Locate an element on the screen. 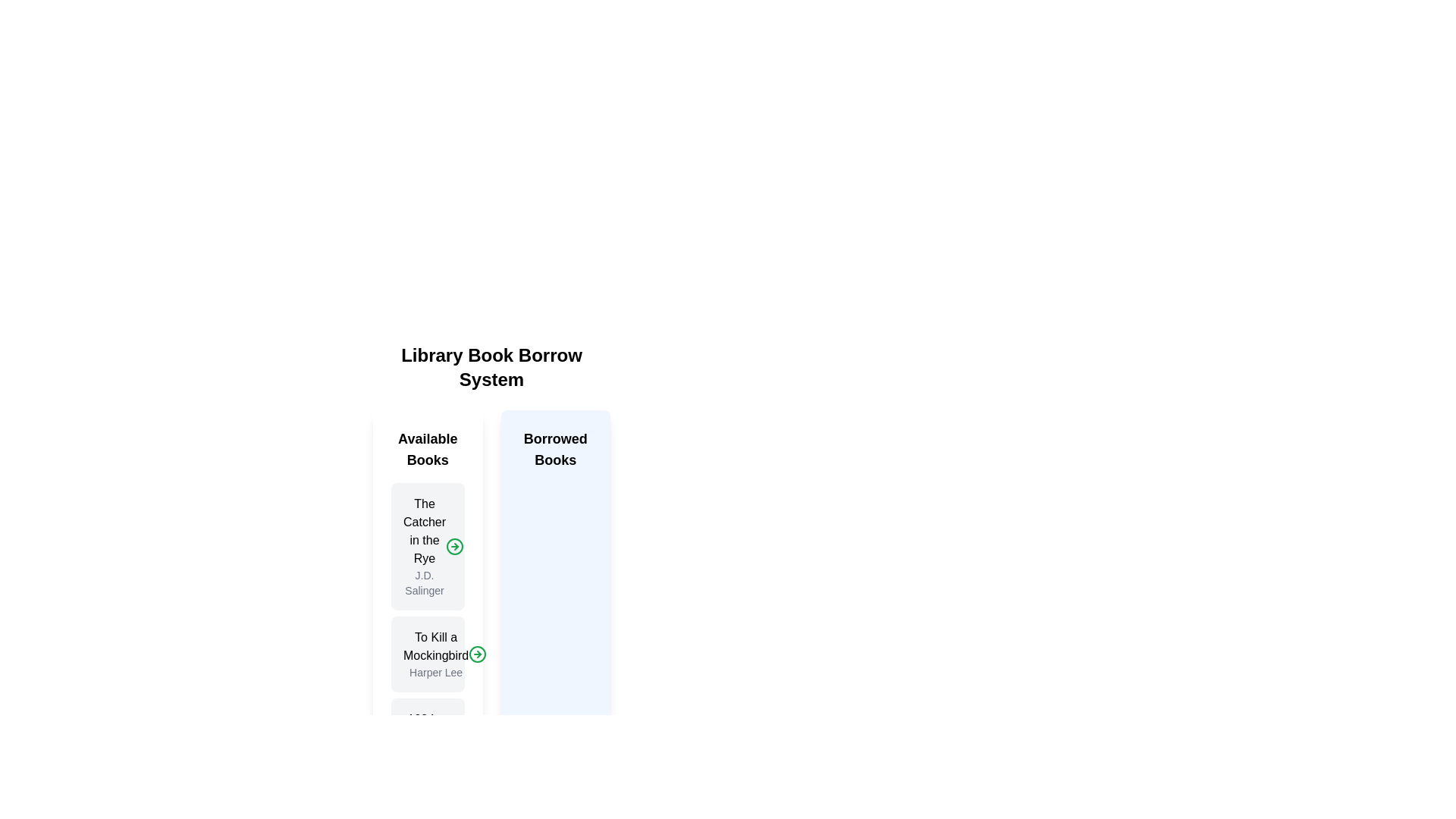 The width and height of the screenshot is (1456, 819). the text label displaying 'Harper Lee' located below the book title 'To Kill a Mockingbird' in the 'Available Books' section is located at coordinates (435, 672).